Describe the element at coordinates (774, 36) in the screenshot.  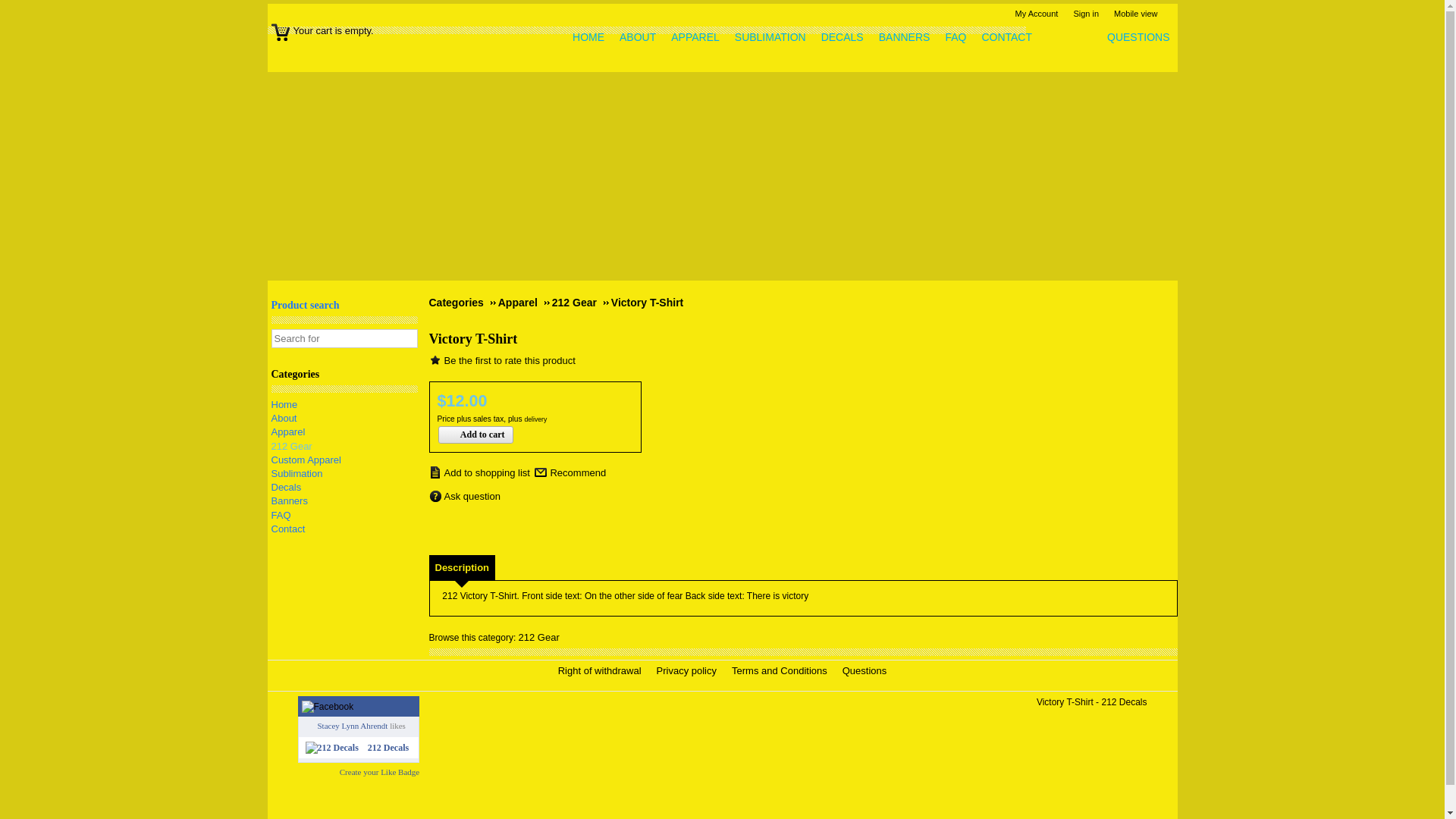
I see `'SUBLIMATION'` at that location.